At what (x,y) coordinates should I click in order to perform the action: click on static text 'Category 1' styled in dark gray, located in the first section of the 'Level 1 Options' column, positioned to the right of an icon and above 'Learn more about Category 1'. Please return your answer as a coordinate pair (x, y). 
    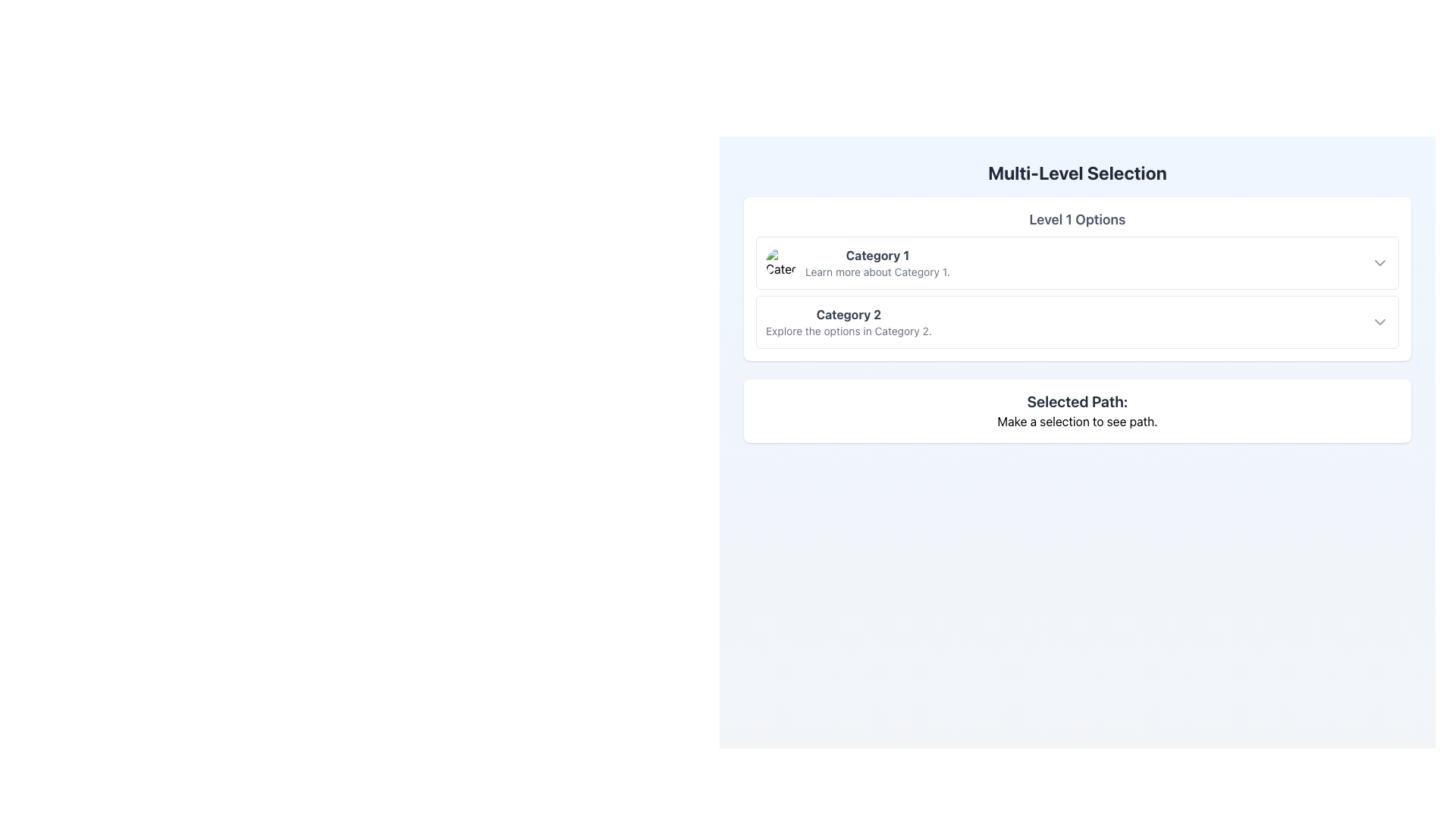
    Looking at the image, I should click on (877, 254).